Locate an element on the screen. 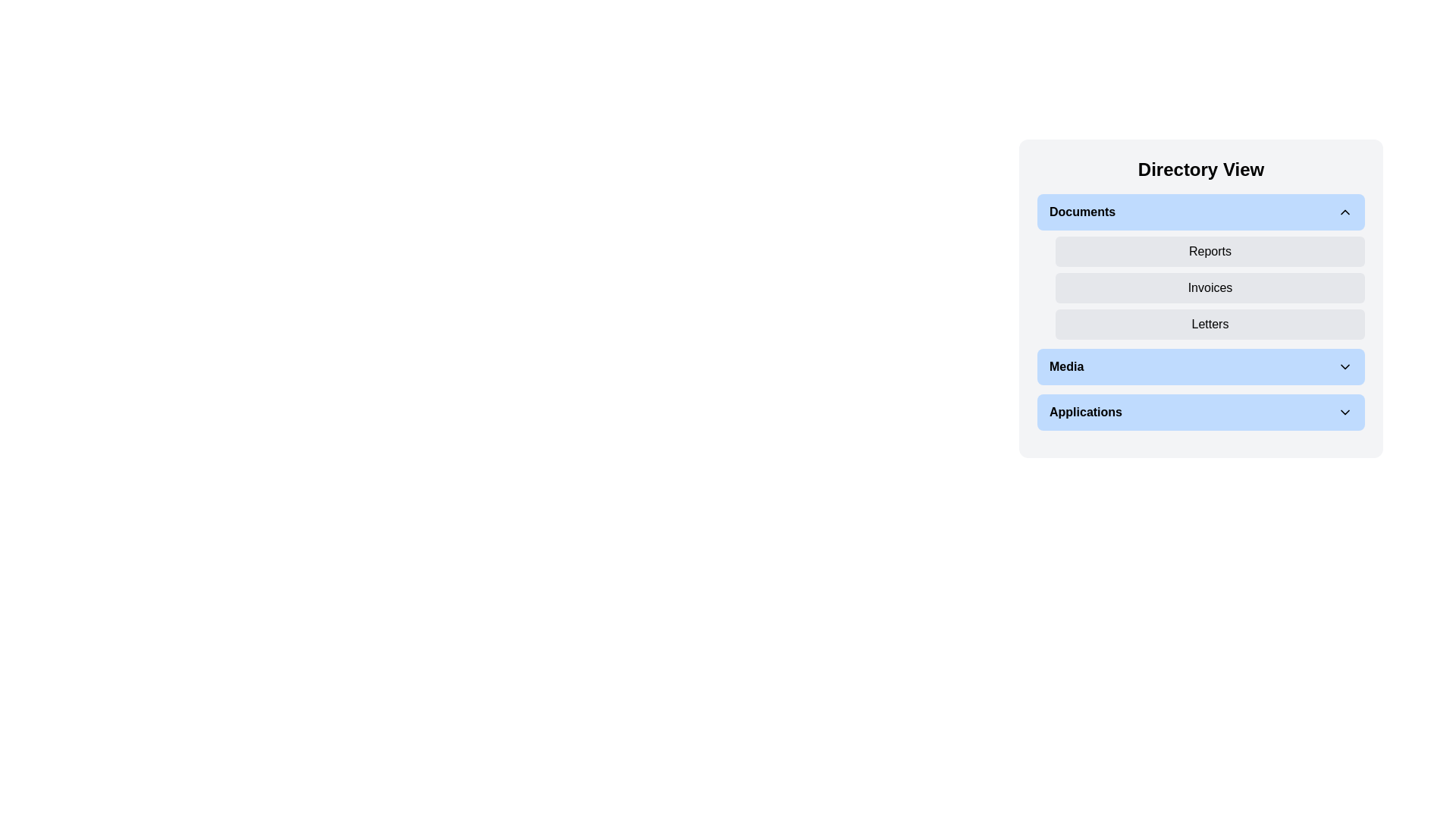  the downward-pointing chevron icon within the blue 'Applications' button in the 'Directory View' panel is located at coordinates (1345, 412).